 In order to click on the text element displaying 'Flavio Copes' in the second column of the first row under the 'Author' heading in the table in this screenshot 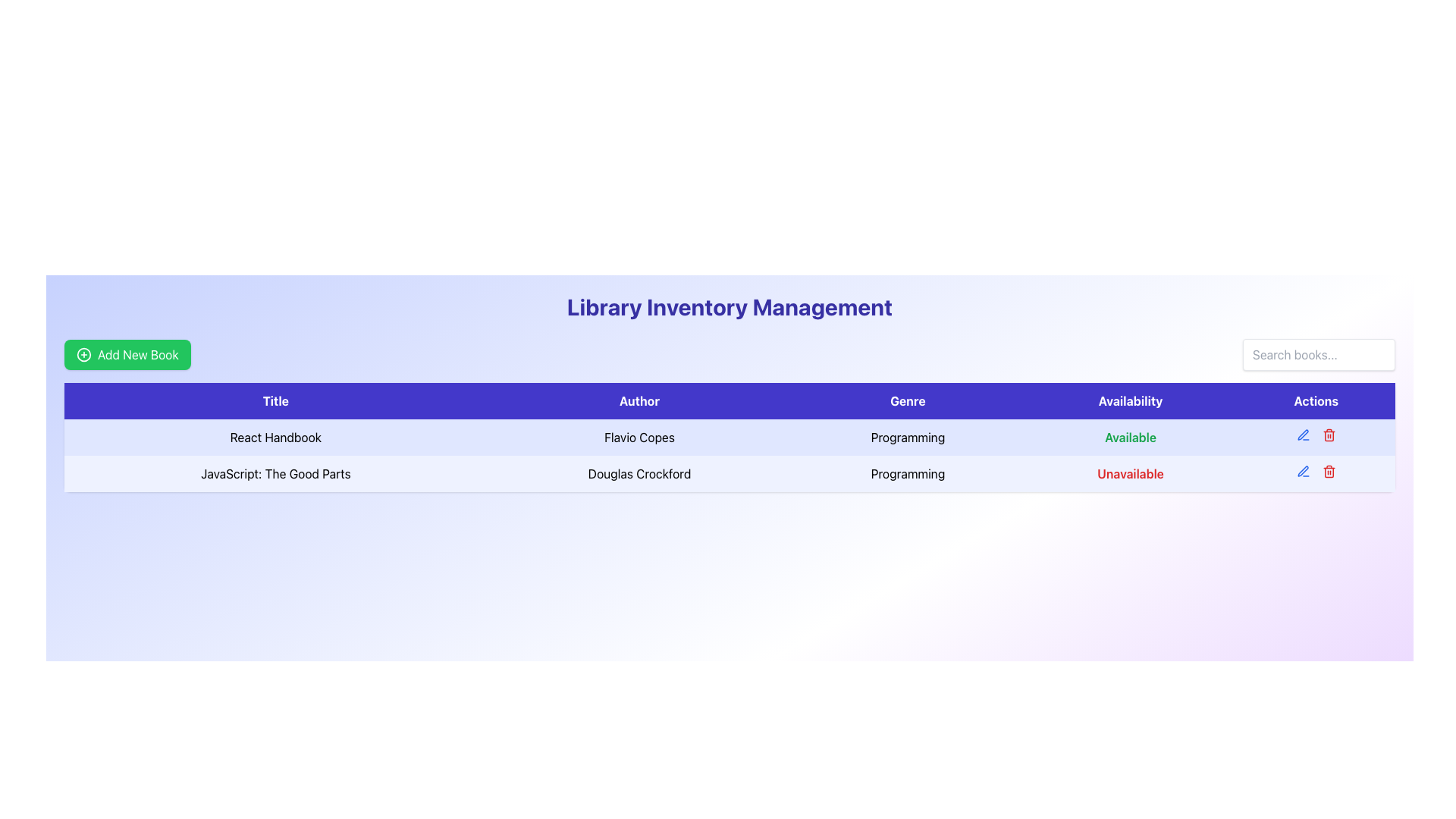, I will do `click(639, 438)`.